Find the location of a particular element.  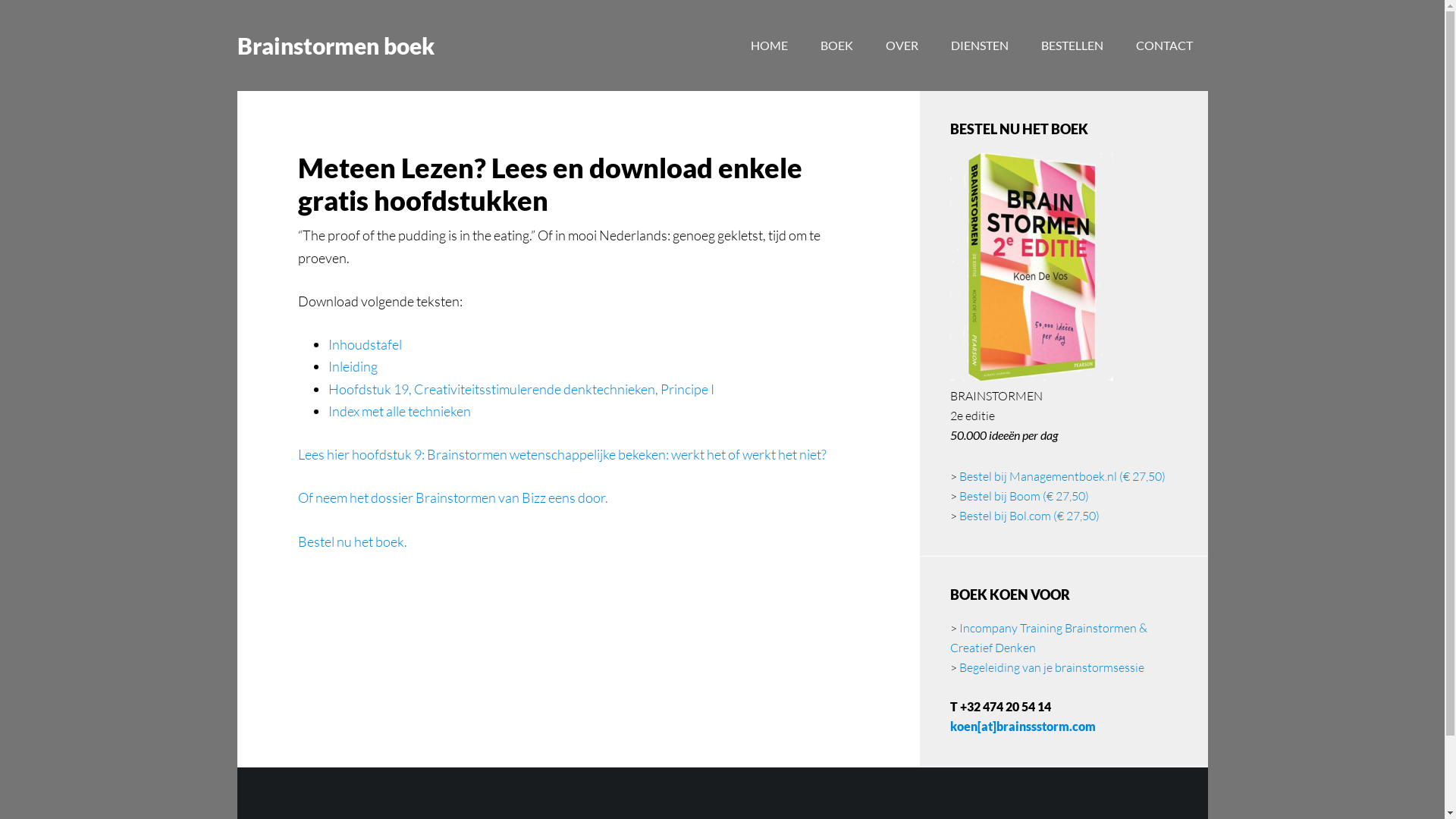

'Bestel nu het boek.' is located at coordinates (351, 540).